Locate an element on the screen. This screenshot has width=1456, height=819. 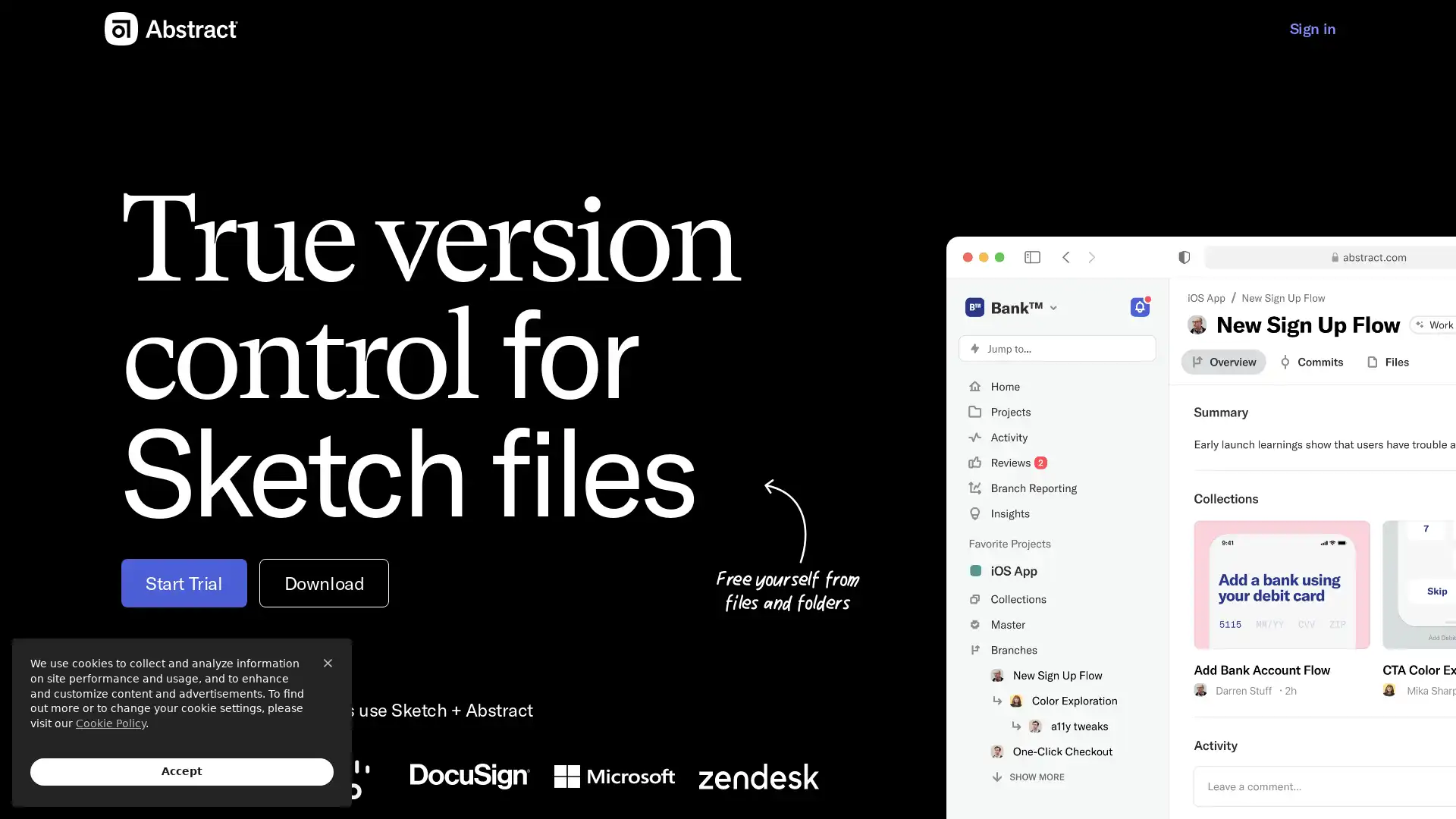
Accept is located at coordinates (182, 772).